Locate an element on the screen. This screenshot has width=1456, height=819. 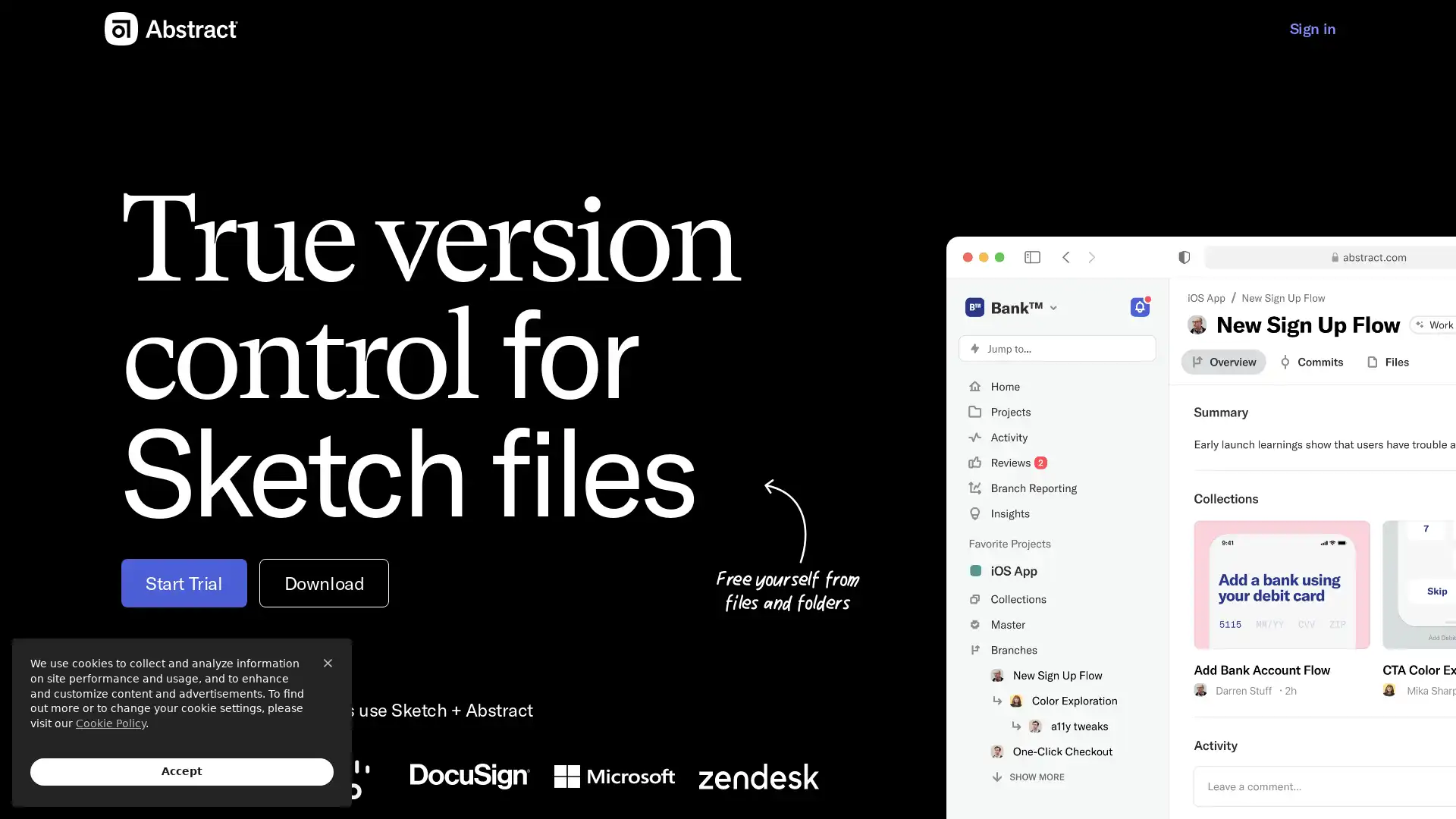
Accept is located at coordinates (182, 772).